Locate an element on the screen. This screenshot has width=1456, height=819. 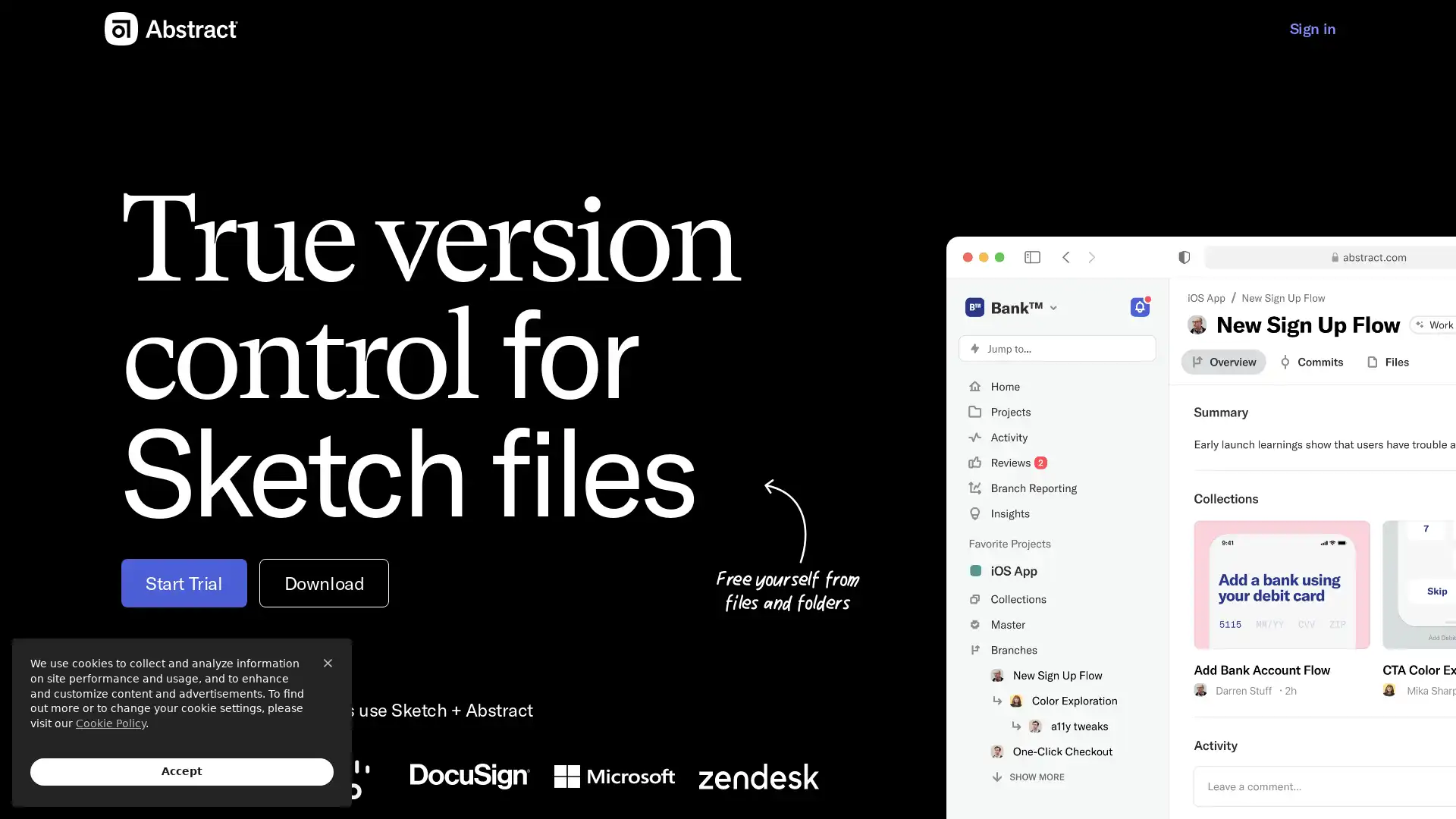
Accept is located at coordinates (182, 772).